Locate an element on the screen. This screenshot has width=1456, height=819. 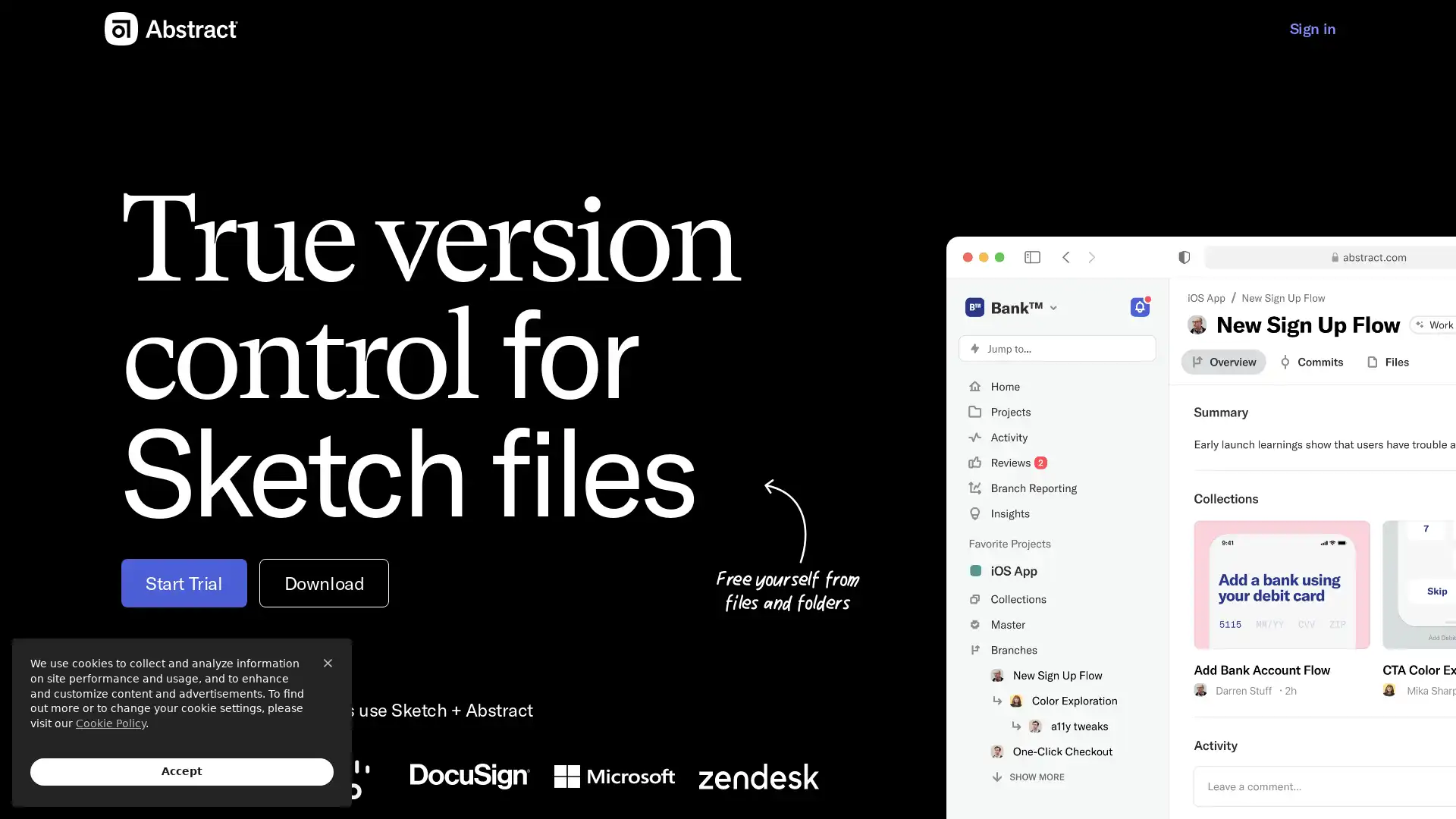
Accept is located at coordinates (182, 772).